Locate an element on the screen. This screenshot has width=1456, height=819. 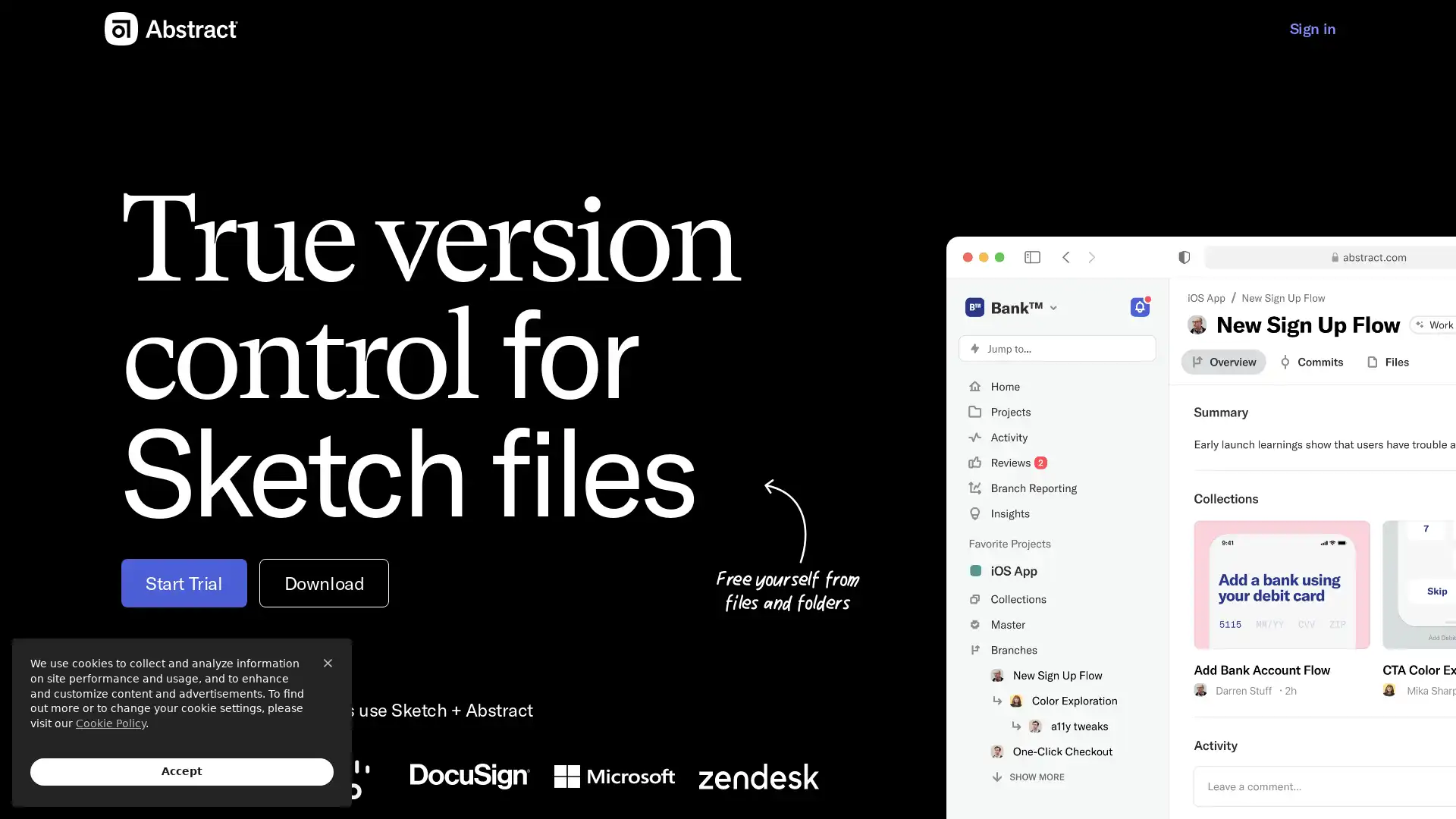
Accept is located at coordinates (182, 772).